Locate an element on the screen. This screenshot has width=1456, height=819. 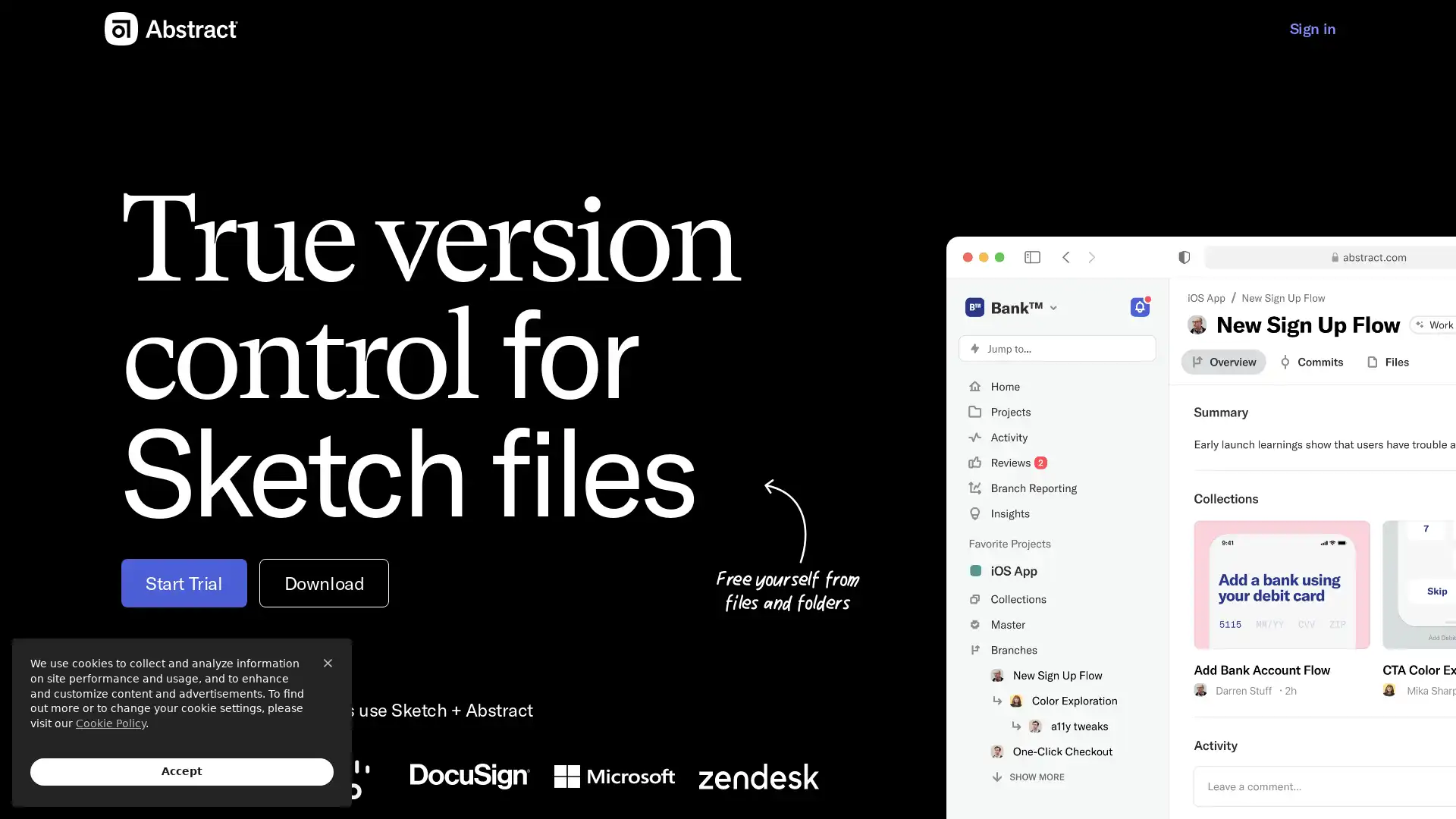
Accept is located at coordinates (182, 772).